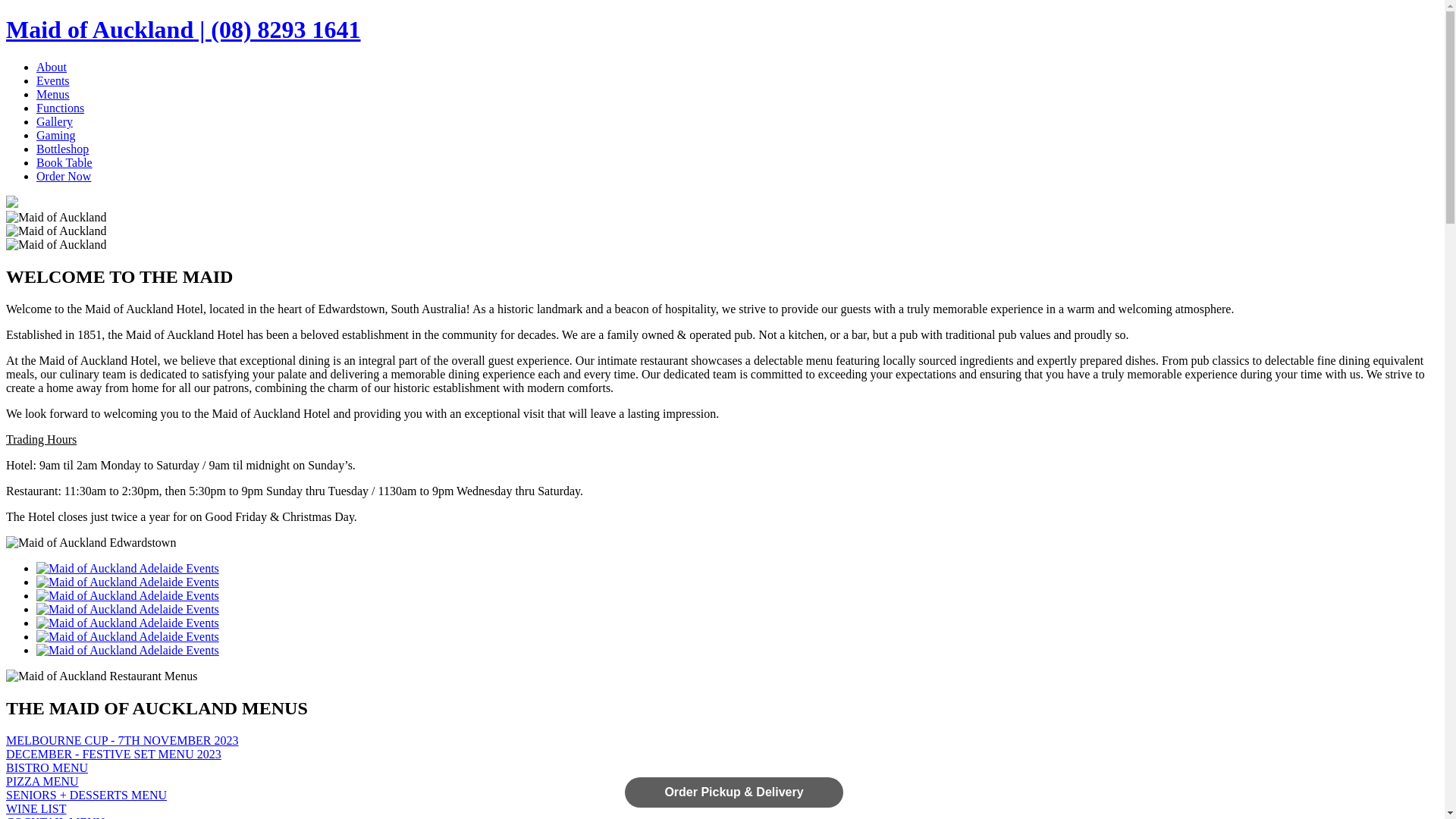  What do you see at coordinates (51, 66) in the screenshot?
I see `'About'` at bounding box center [51, 66].